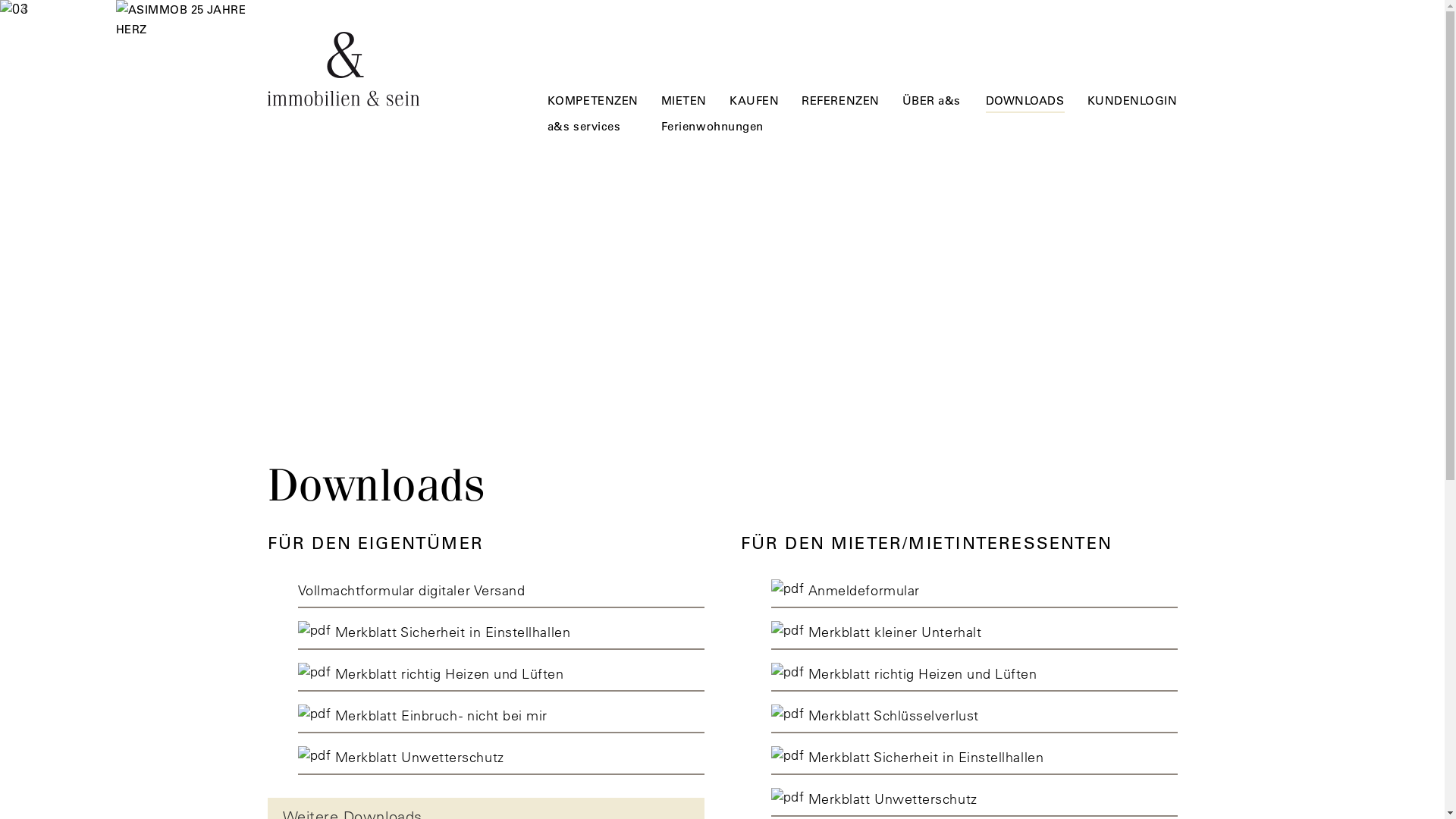  What do you see at coordinates (500, 715) in the screenshot?
I see `'Merkblatt Einbruch - nicht bei mir'` at bounding box center [500, 715].